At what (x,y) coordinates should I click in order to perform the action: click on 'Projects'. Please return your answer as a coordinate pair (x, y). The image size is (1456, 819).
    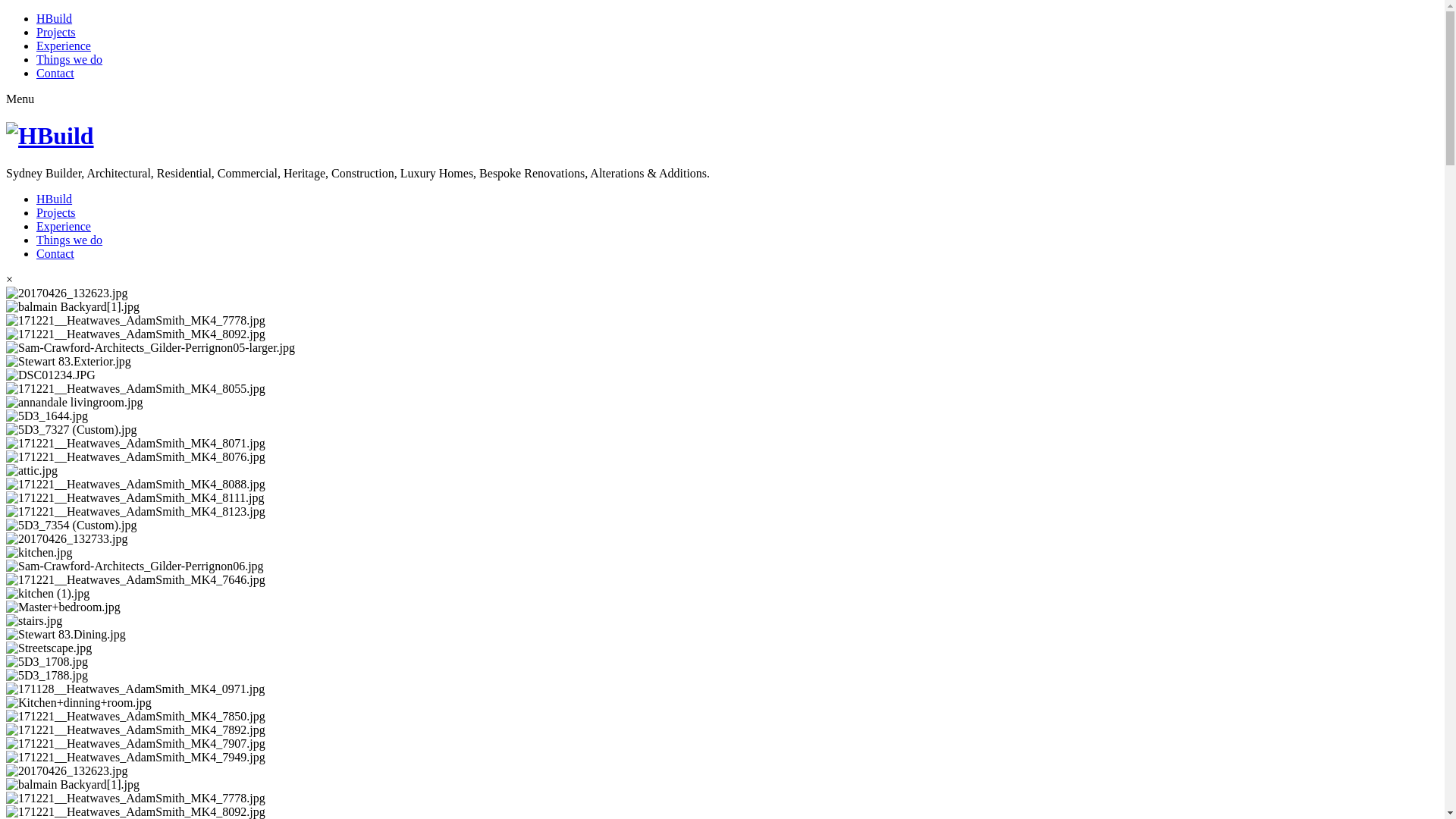
    Looking at the image, I should click on (36, 212).